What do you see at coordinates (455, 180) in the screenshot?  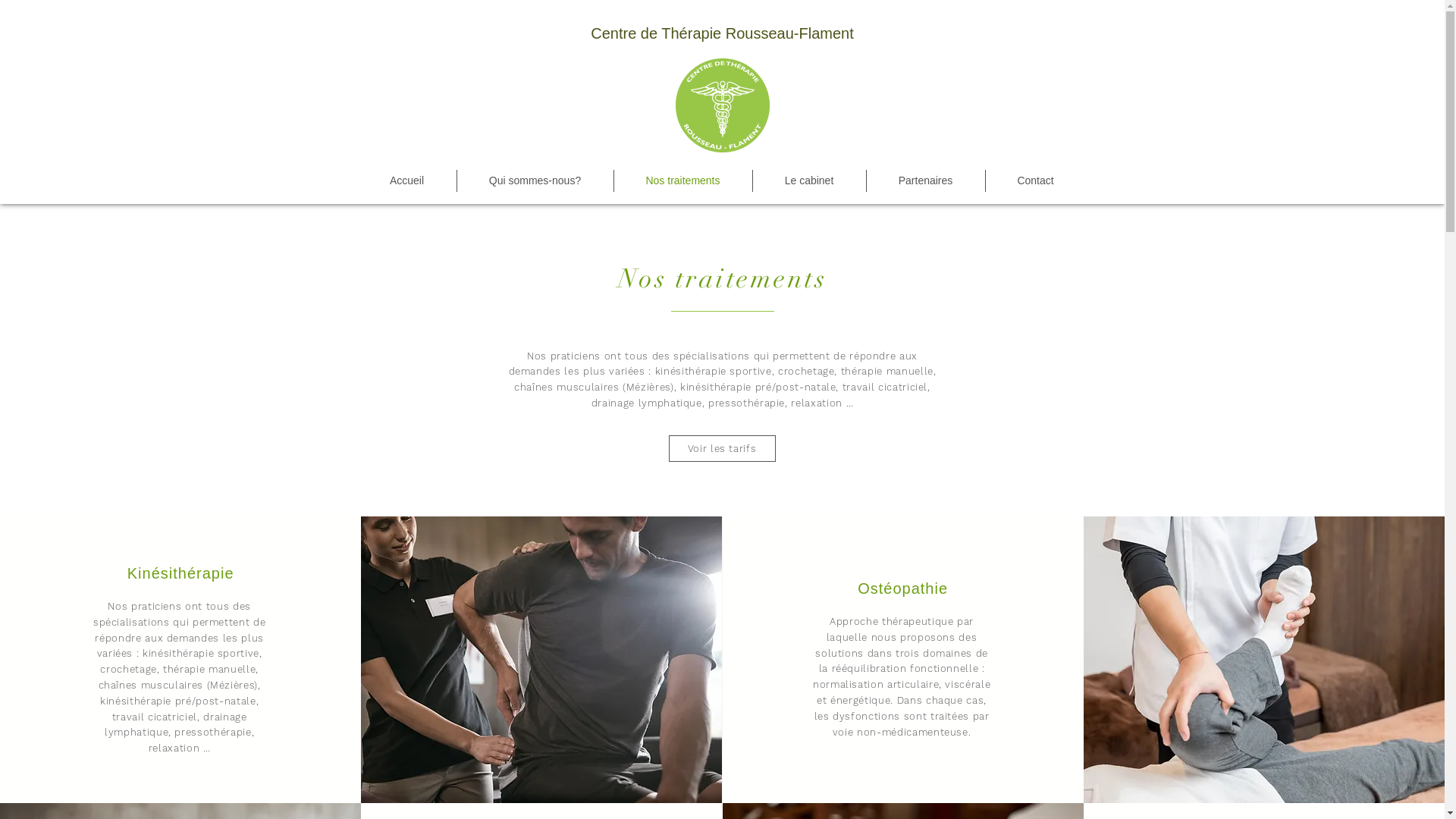 I see `'Qui sommes-nous?'` at bounding box center [455, 180].